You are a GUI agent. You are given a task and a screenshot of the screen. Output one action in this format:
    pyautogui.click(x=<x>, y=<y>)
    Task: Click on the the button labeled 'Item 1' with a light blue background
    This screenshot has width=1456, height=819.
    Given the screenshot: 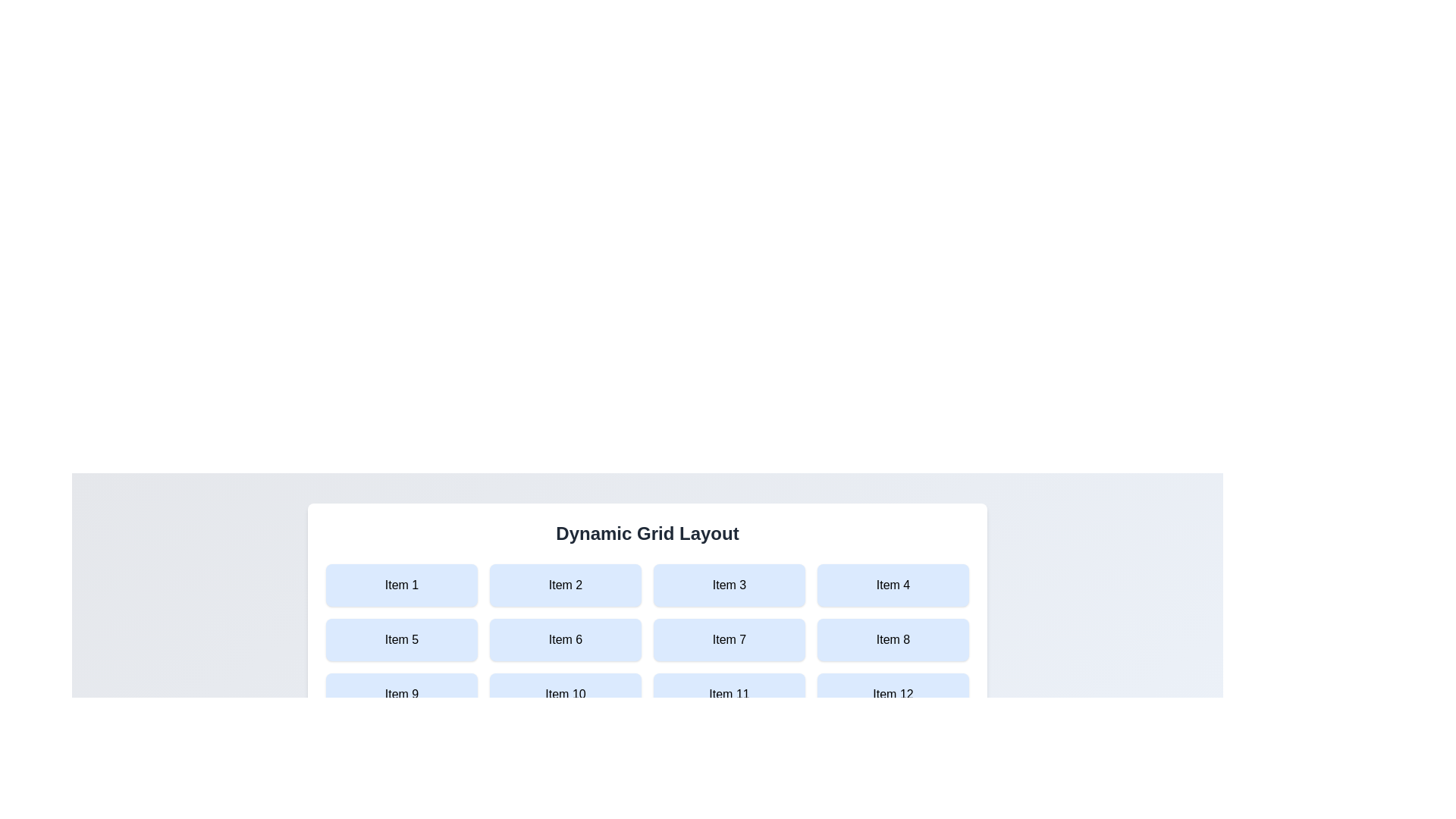 What is the action you would take?
    pyautogui.click(x=401, y=584)
    